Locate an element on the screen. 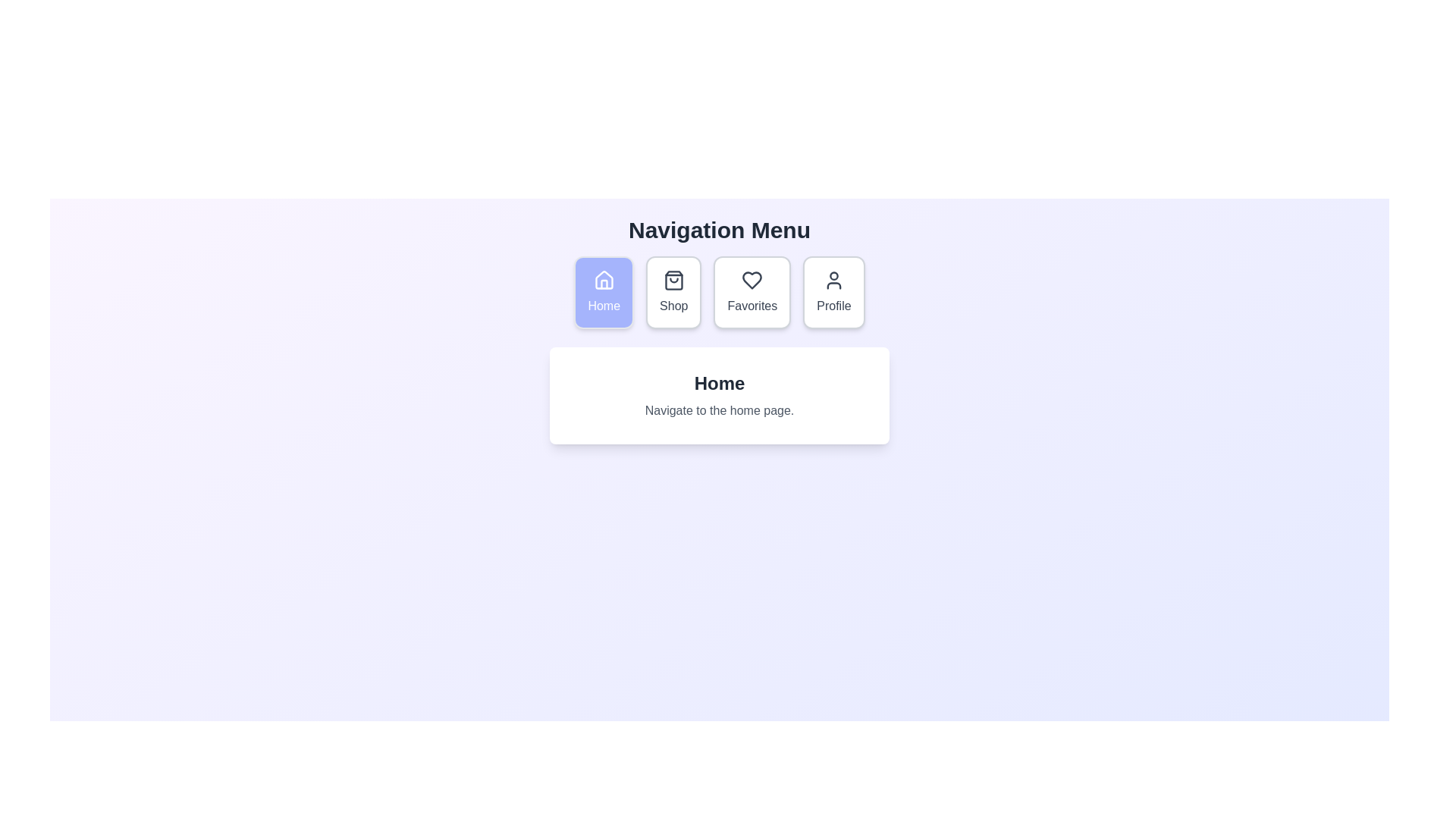  the Shop icon button in the navigation menu, which is the second button from the left is located at coordinates (673, 281).